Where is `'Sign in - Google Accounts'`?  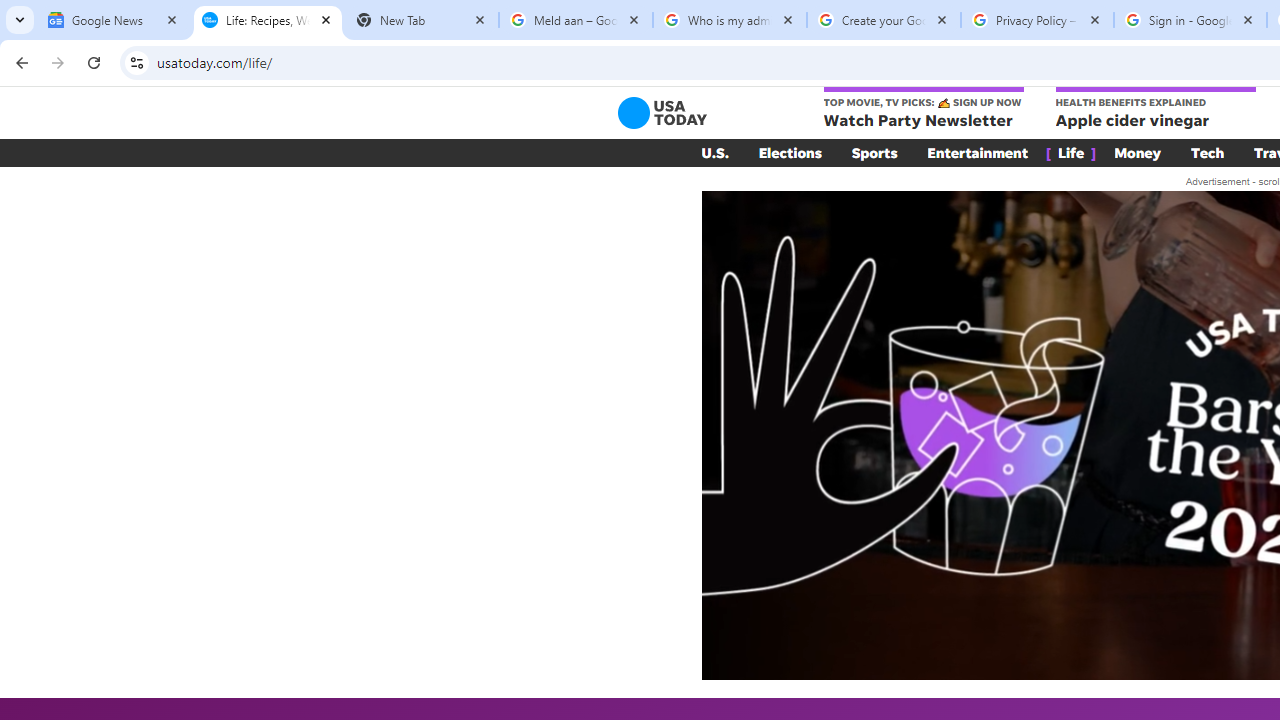 'Sign in - Google Accounts' is located at coordinates (1190, 20).